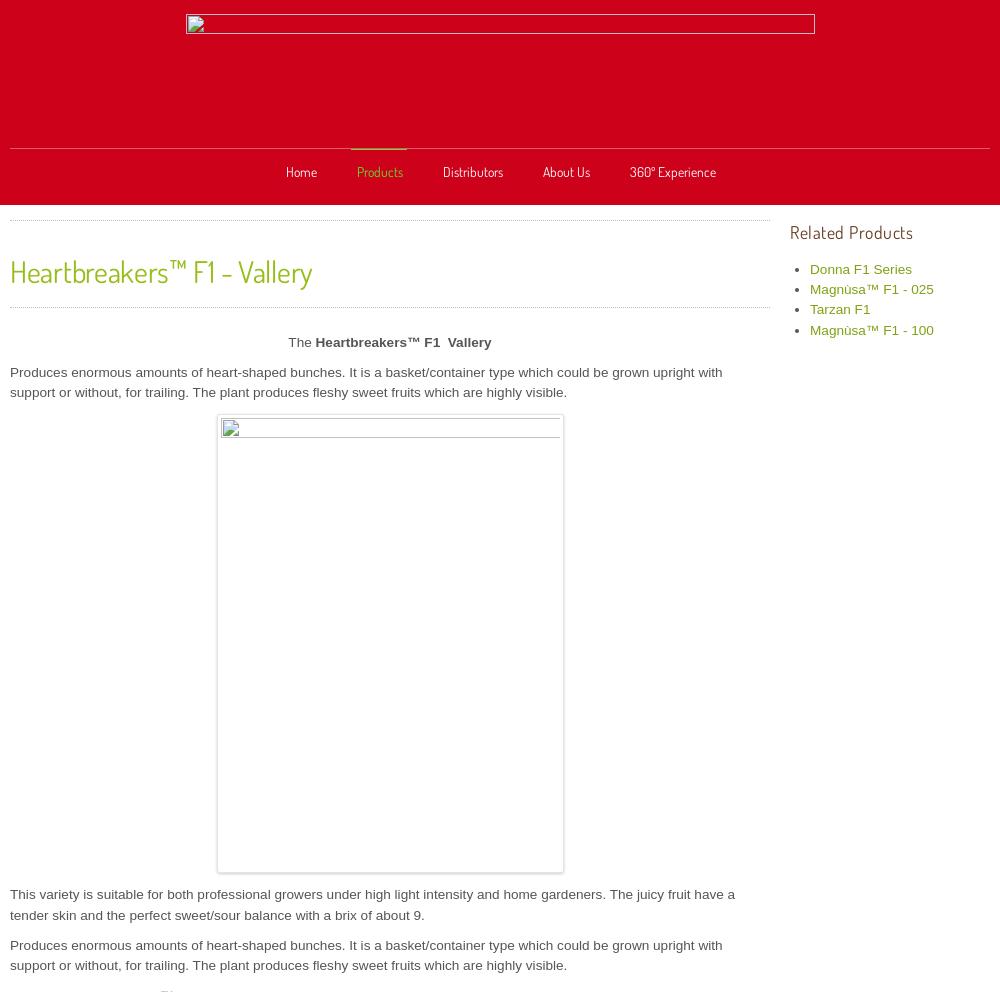 The height and width of the screenshot is (992, 1000). Describe the element at coordinates (565, 170) in the screenshot. I see `'About Us'` at that location.